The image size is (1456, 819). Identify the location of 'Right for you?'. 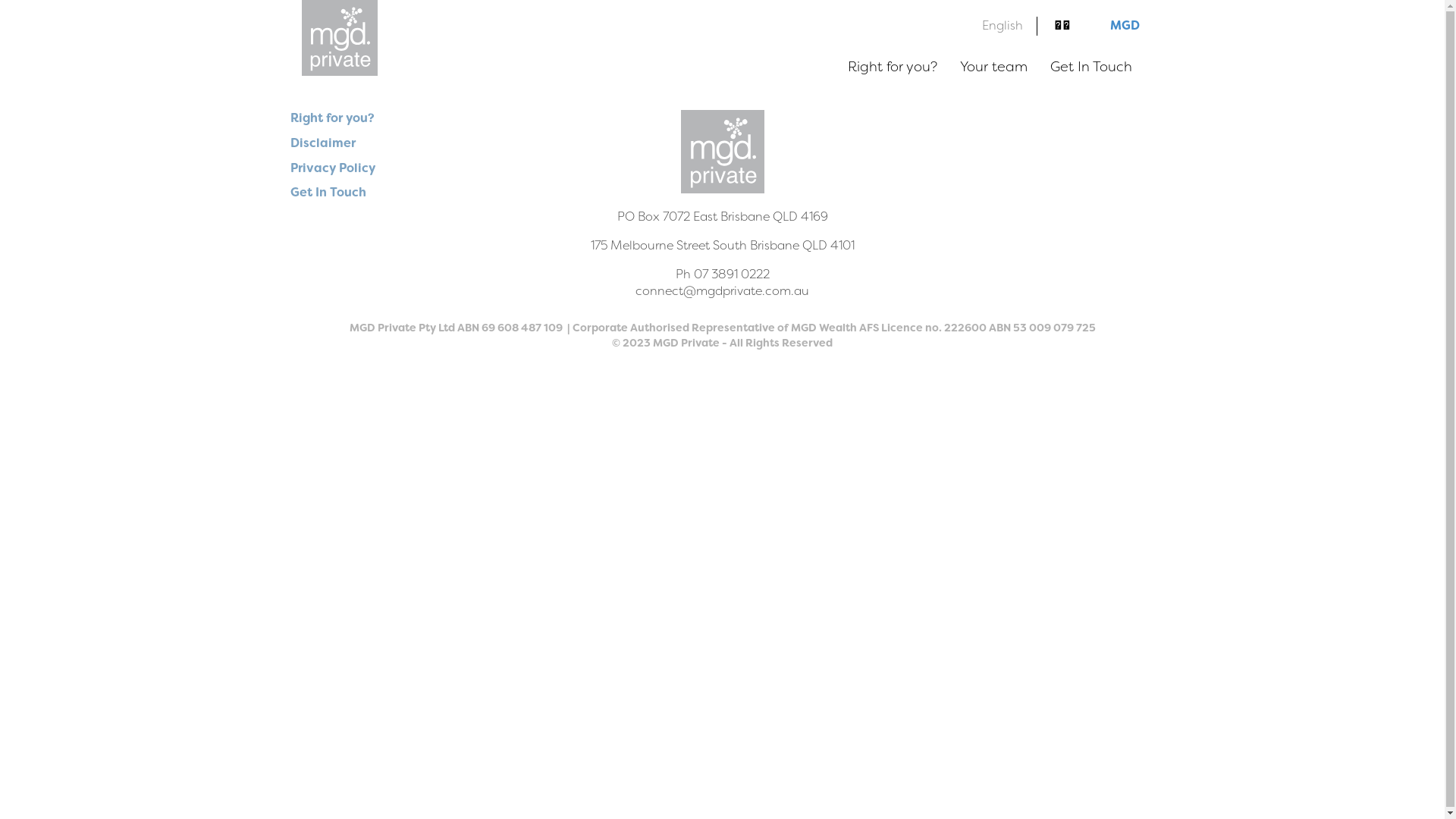
(331, 117).